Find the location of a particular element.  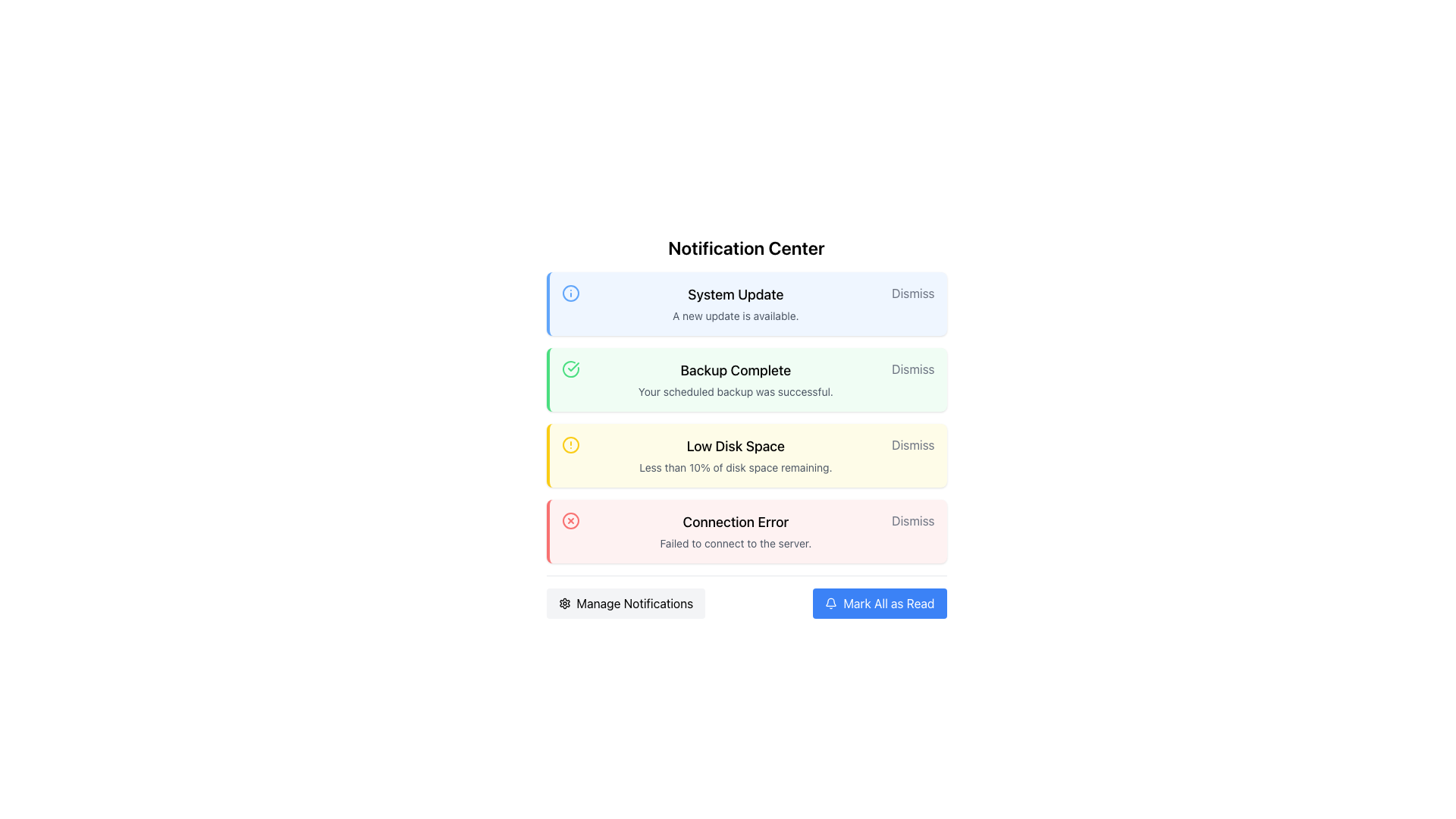

the button with a blue background and white text located at the bottom-right side of the interface to mark all notifications as read is located at coordinates (889, 602).